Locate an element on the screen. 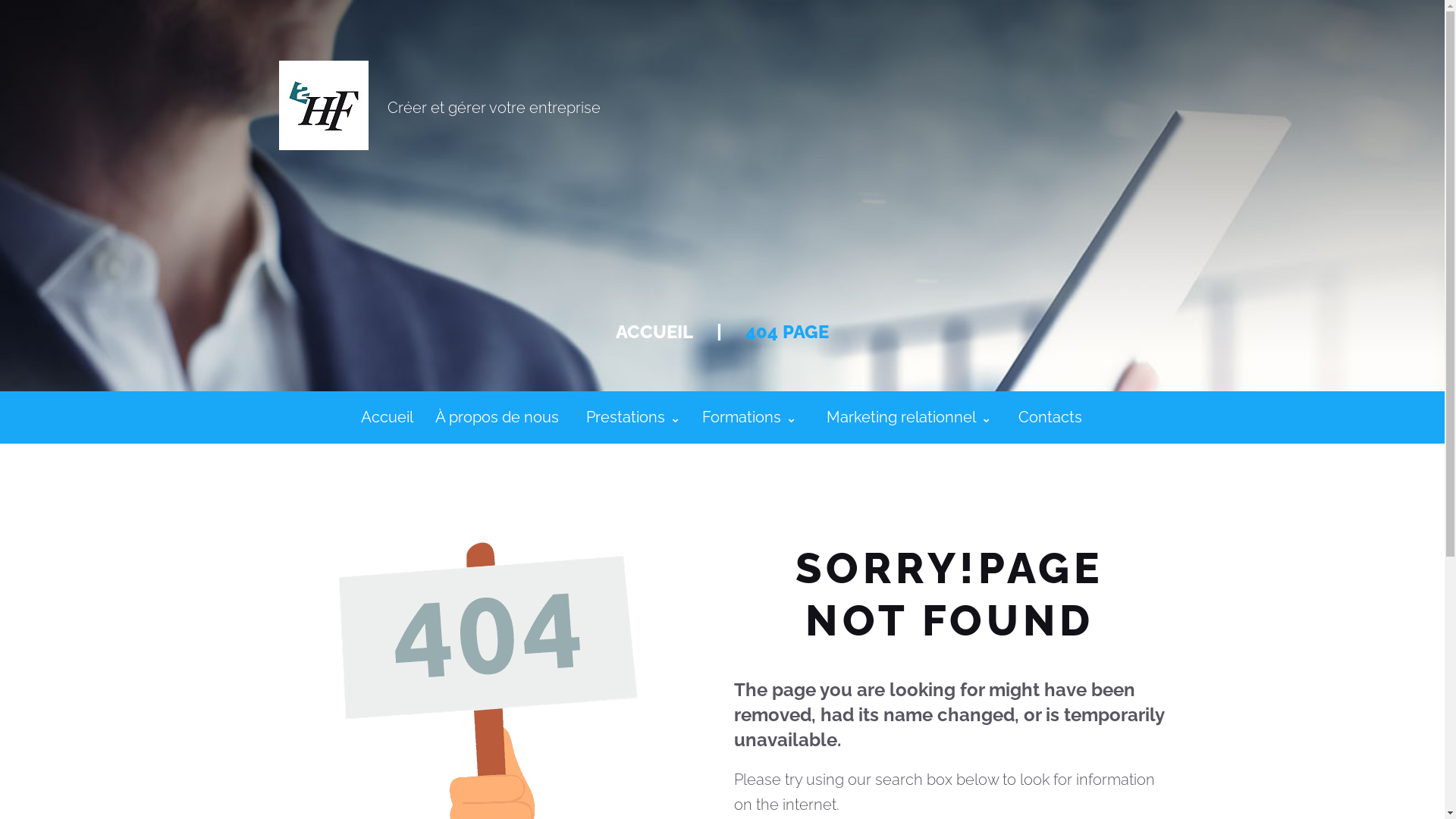 This screenshot has width=1456, height=819. 'Marketing relationnel' is located at coordinates (908, 417).